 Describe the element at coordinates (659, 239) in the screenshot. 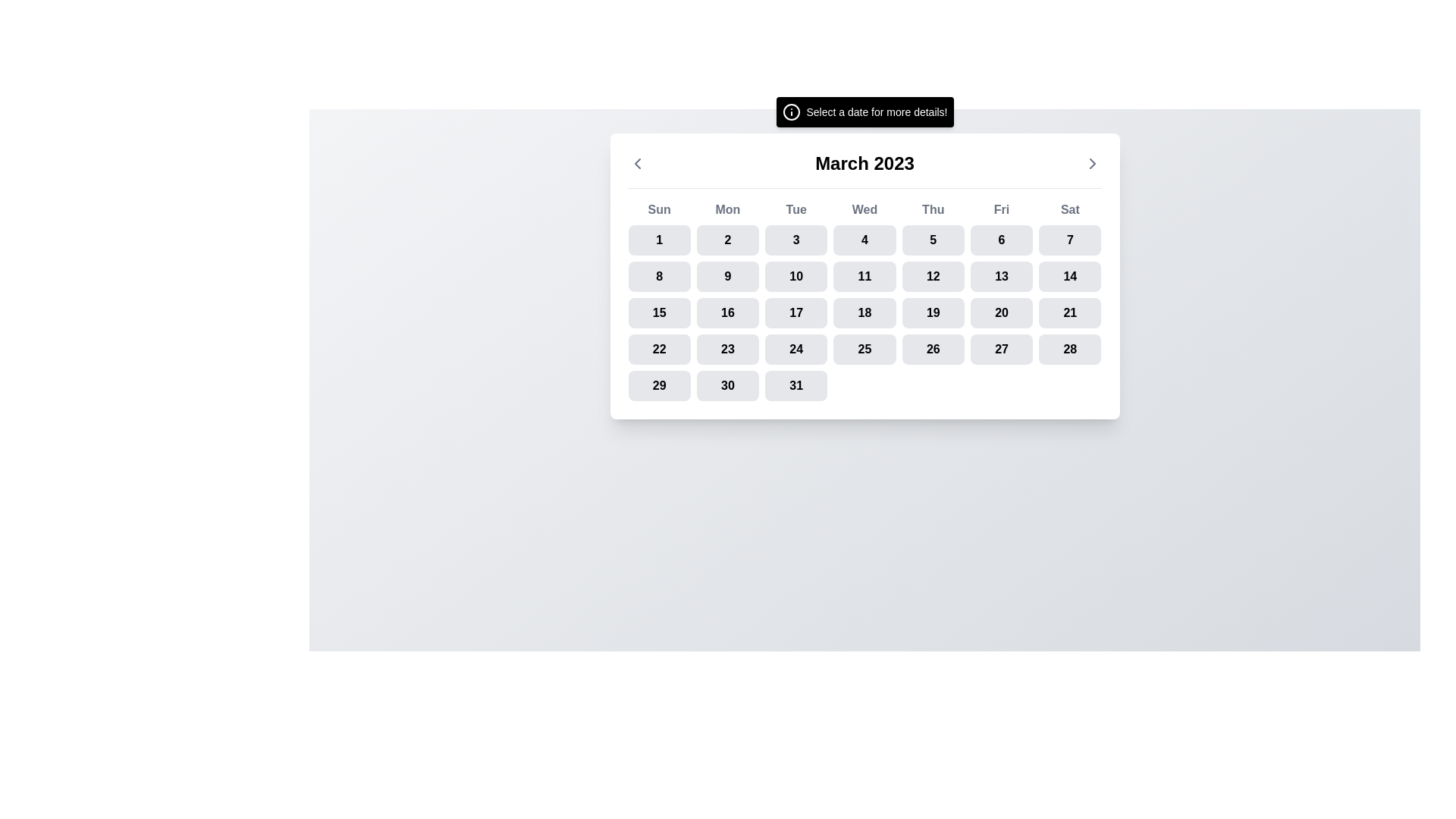

I see `the rounded rectangular button with a light gray background and a bold numeral '1' at its center, located in the calendar grid under the 'Sun' column to trigger a style change` at that location.